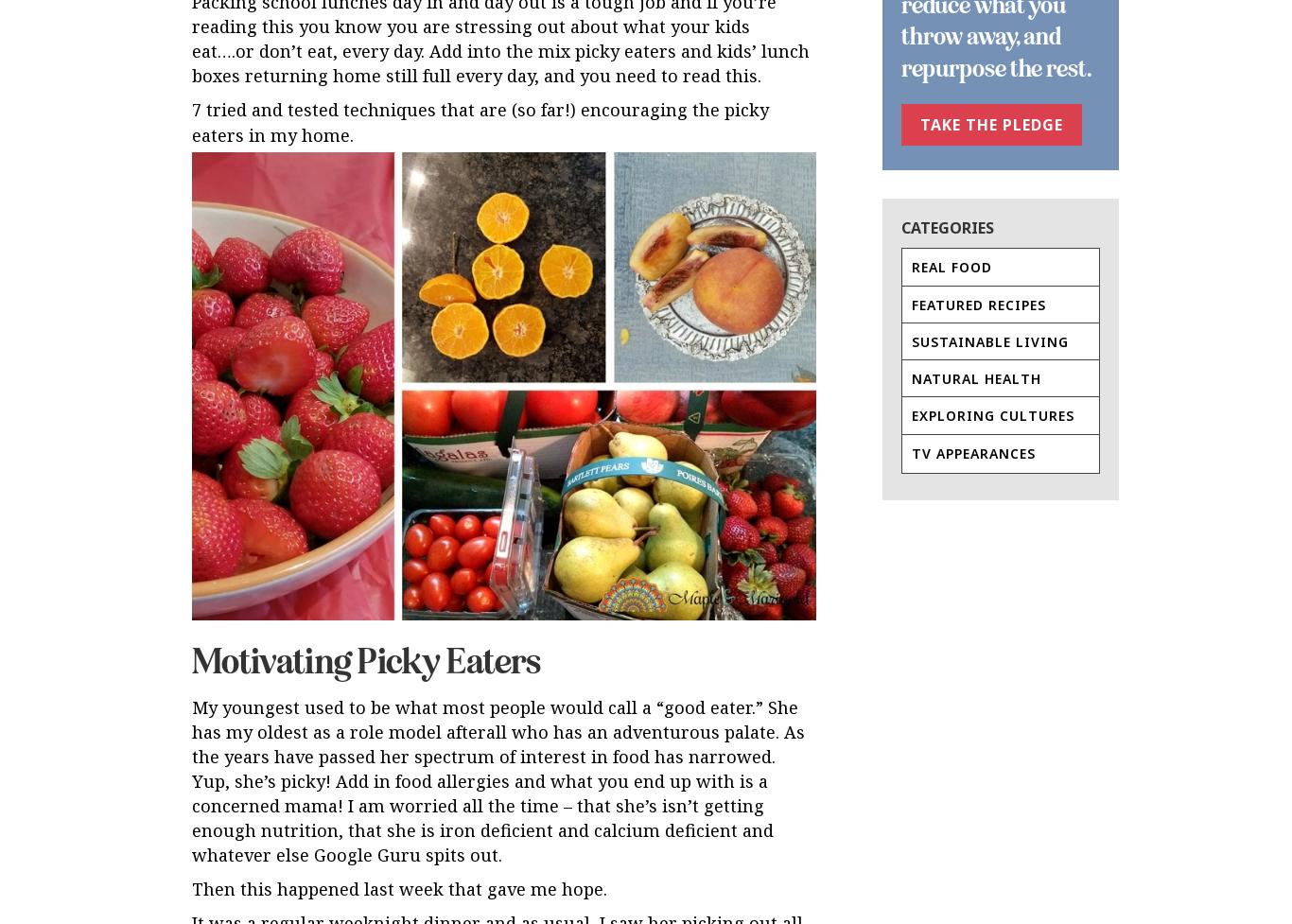 The height and width of the screenshot is (924, 1292). Describe the element at coordinates (972, 452) in the screenshot. I see `'TV Appearances'` at that location.